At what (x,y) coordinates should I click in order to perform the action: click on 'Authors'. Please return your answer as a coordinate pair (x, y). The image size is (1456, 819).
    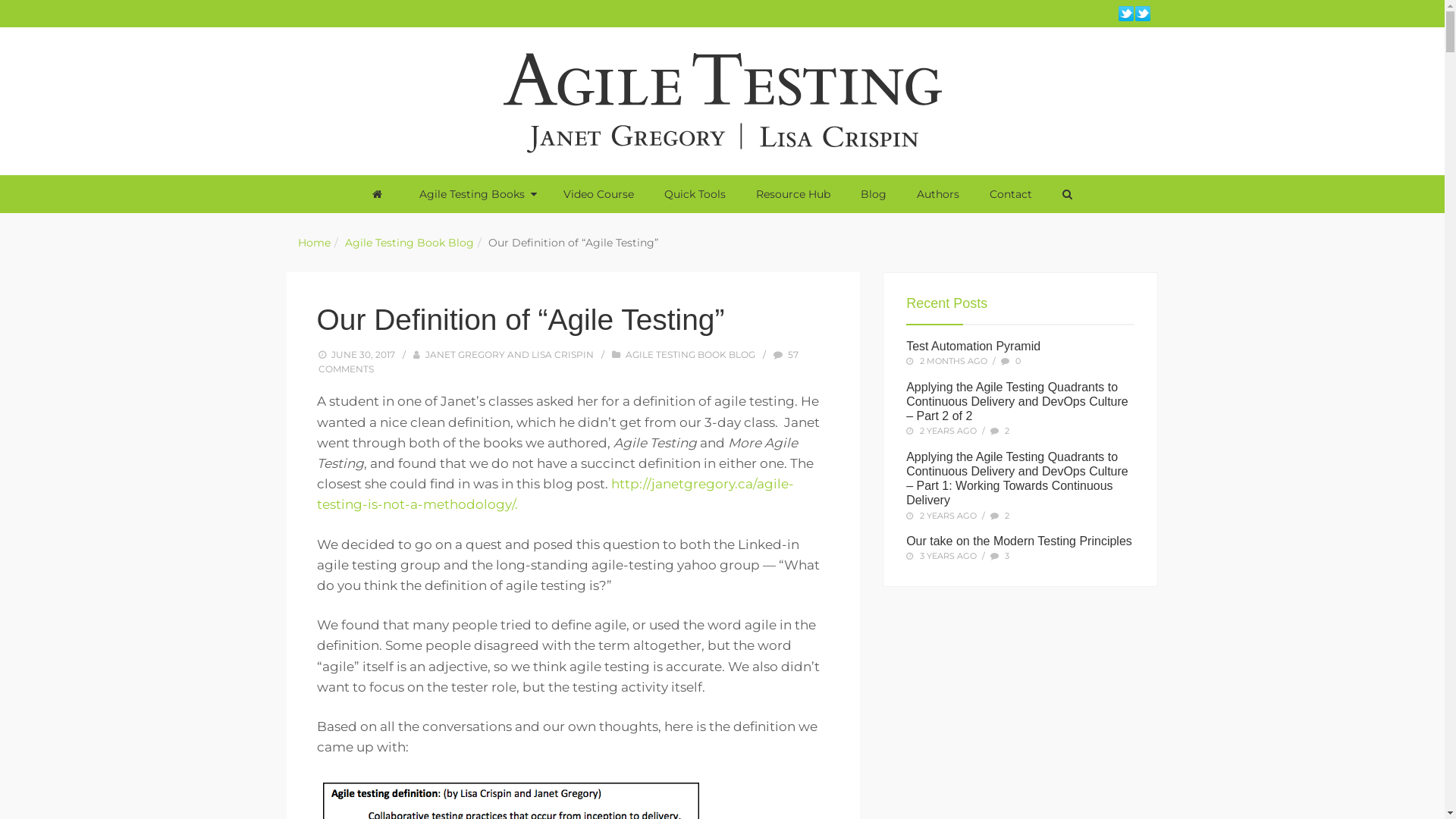
    Looking at the image, I should click on (937, 193).